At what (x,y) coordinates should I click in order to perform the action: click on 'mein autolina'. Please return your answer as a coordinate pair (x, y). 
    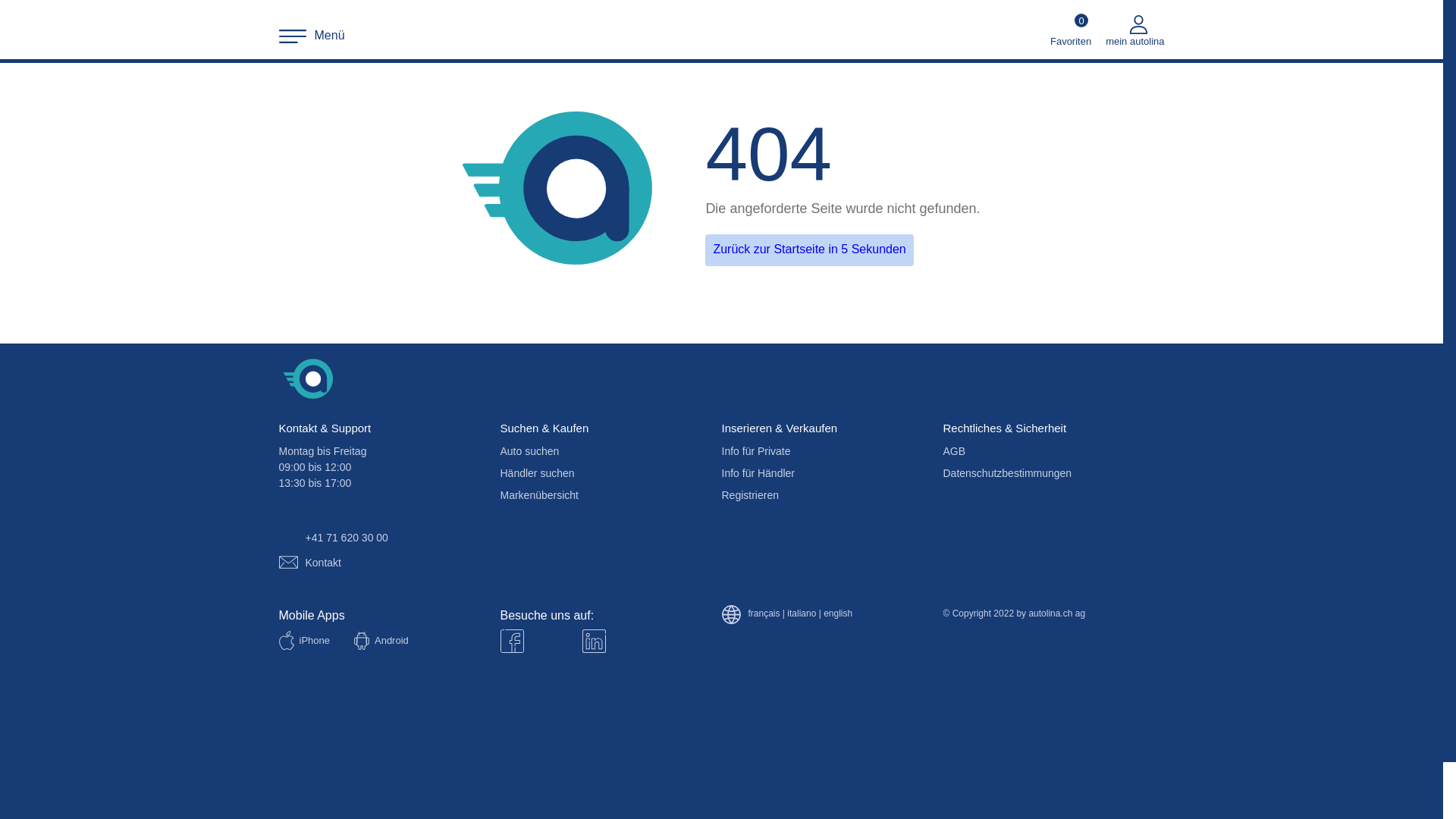
    Looking at the image, I should click on (1134, 30).